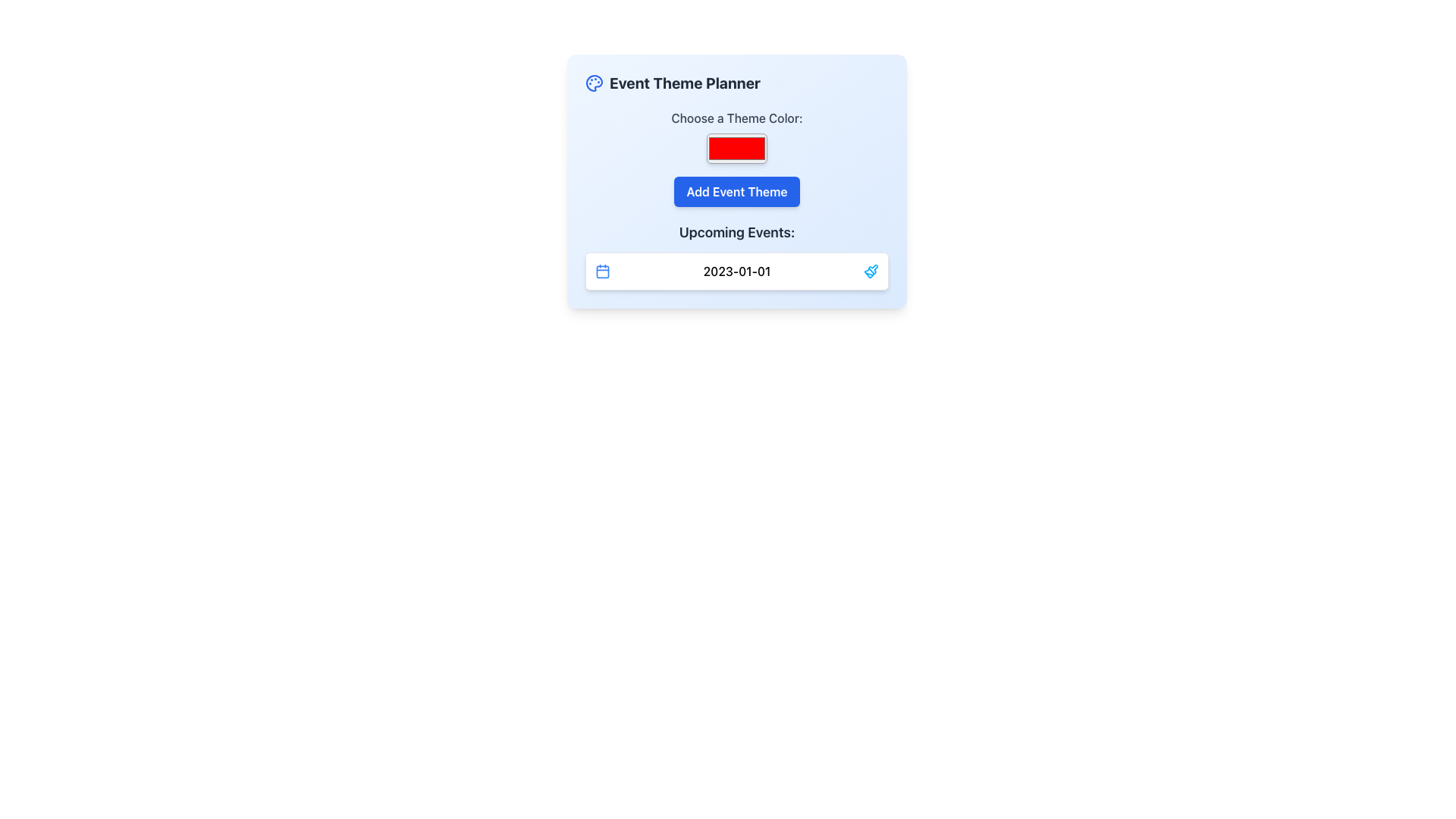  I want to click on the confirm button located under the header 'Choose a Theme Color:', so click(736, 191).